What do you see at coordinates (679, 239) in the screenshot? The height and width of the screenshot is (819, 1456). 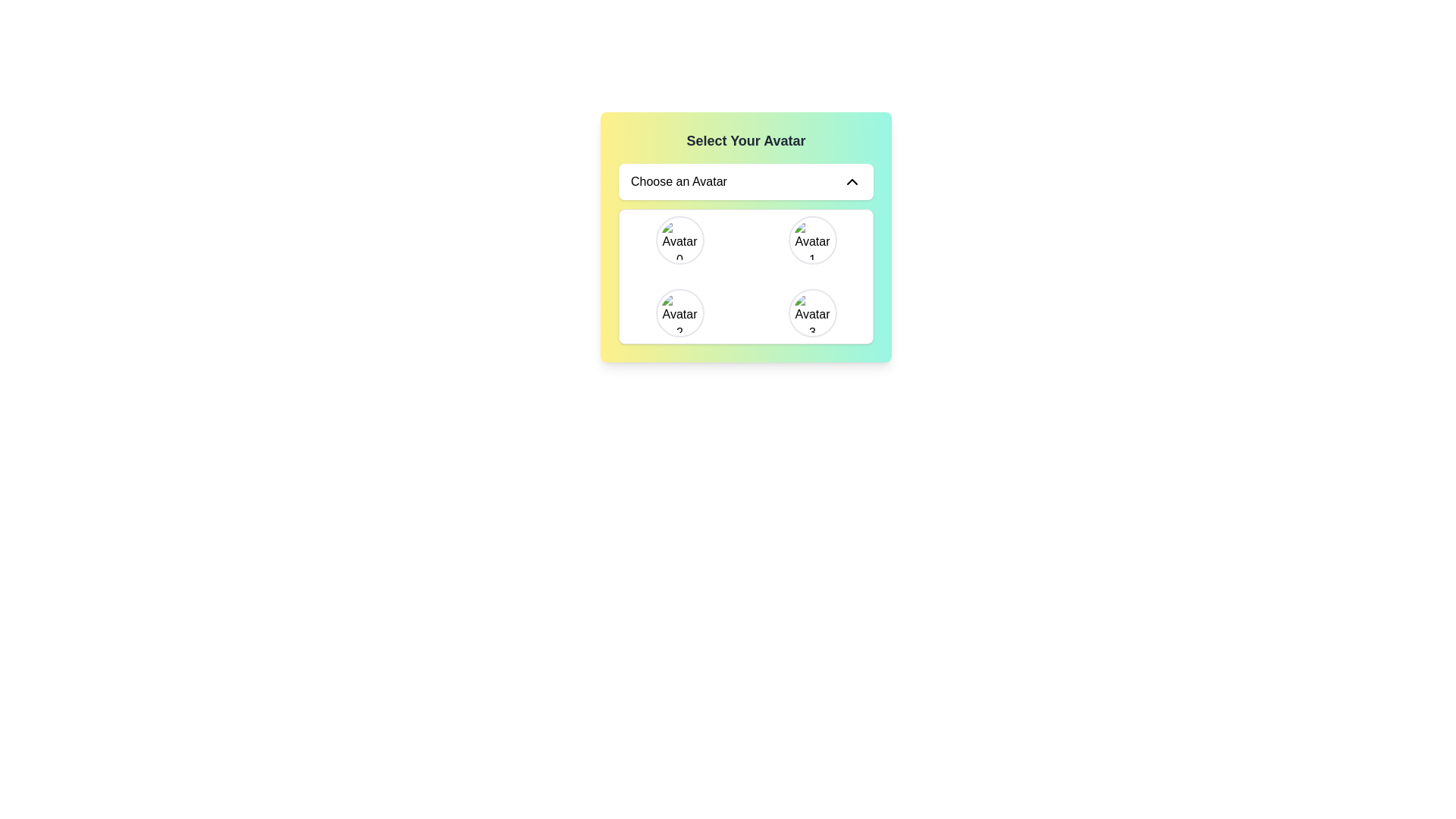 I see `the leftmost avatar labeled 'Avatar 0' in the 2x2 grid below the 'Choose an Avatar' dropdown menu` at bounding box center [679, 239].